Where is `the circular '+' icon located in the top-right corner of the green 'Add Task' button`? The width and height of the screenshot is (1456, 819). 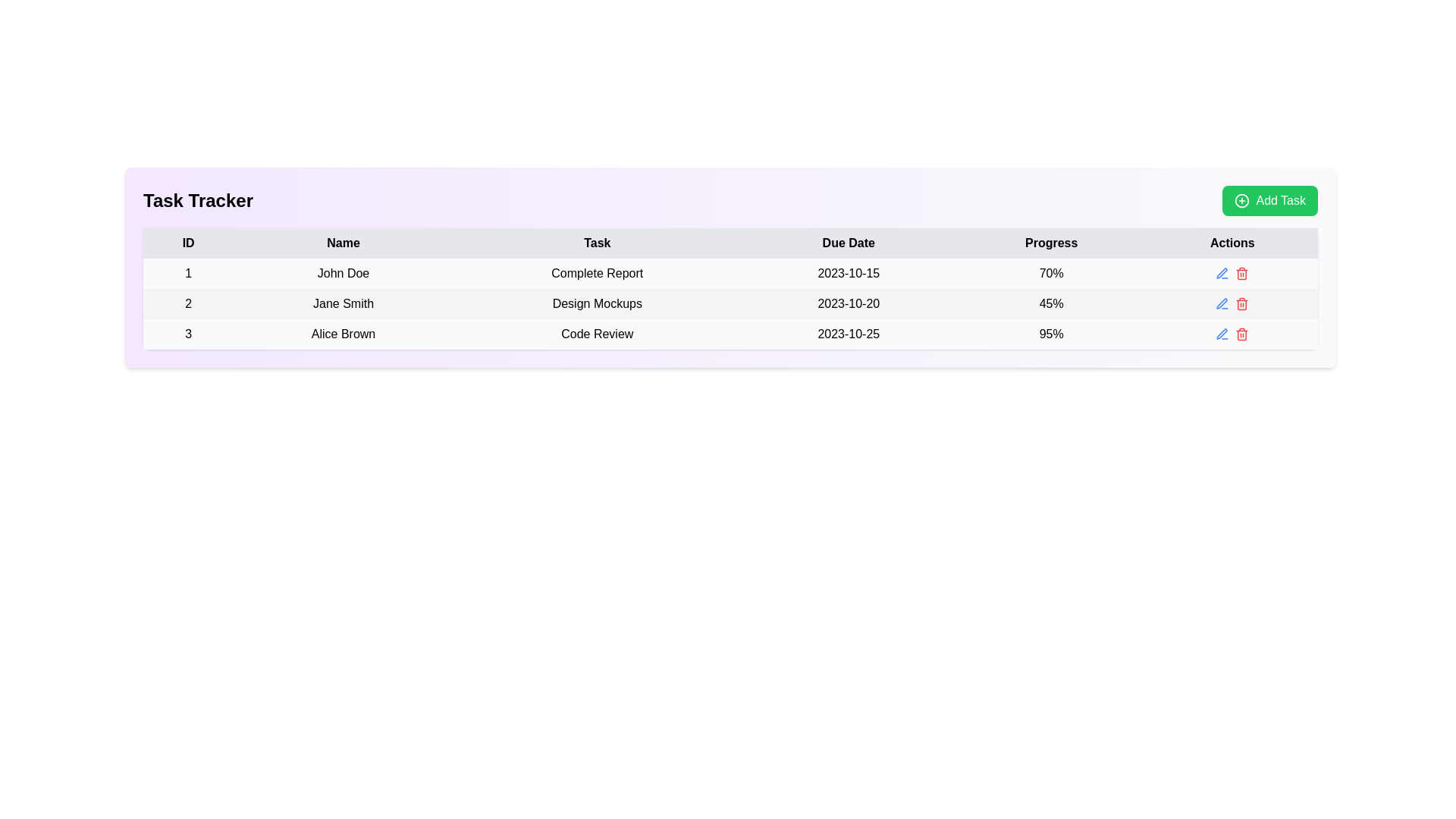 the circular '+' icon located in the top-right corner of the green 'Add Task' button is located at coordinates (1242, 200).